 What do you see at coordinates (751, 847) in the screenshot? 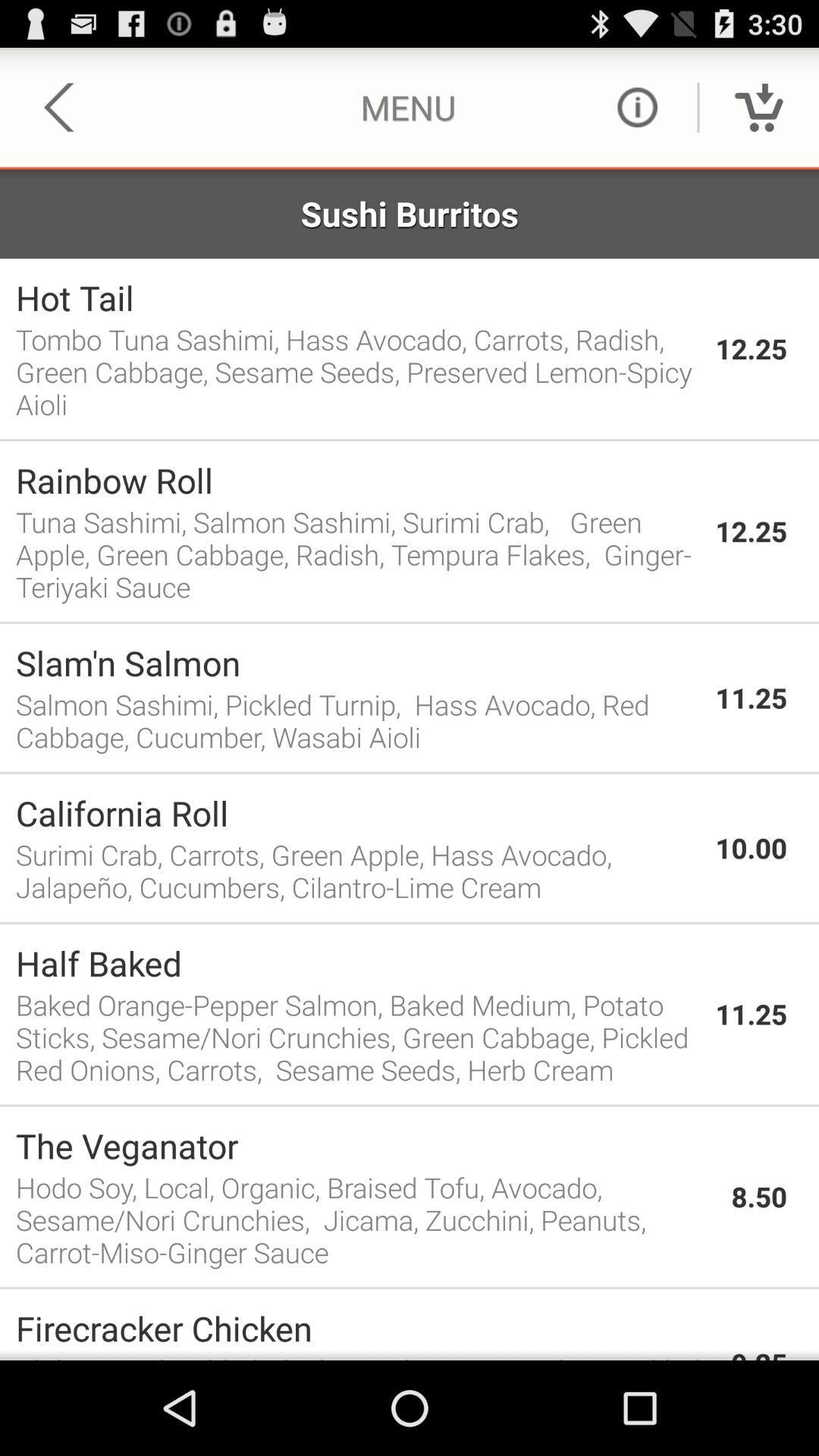
I see `the item to the right of california roll` at bounding box center [751, 847].